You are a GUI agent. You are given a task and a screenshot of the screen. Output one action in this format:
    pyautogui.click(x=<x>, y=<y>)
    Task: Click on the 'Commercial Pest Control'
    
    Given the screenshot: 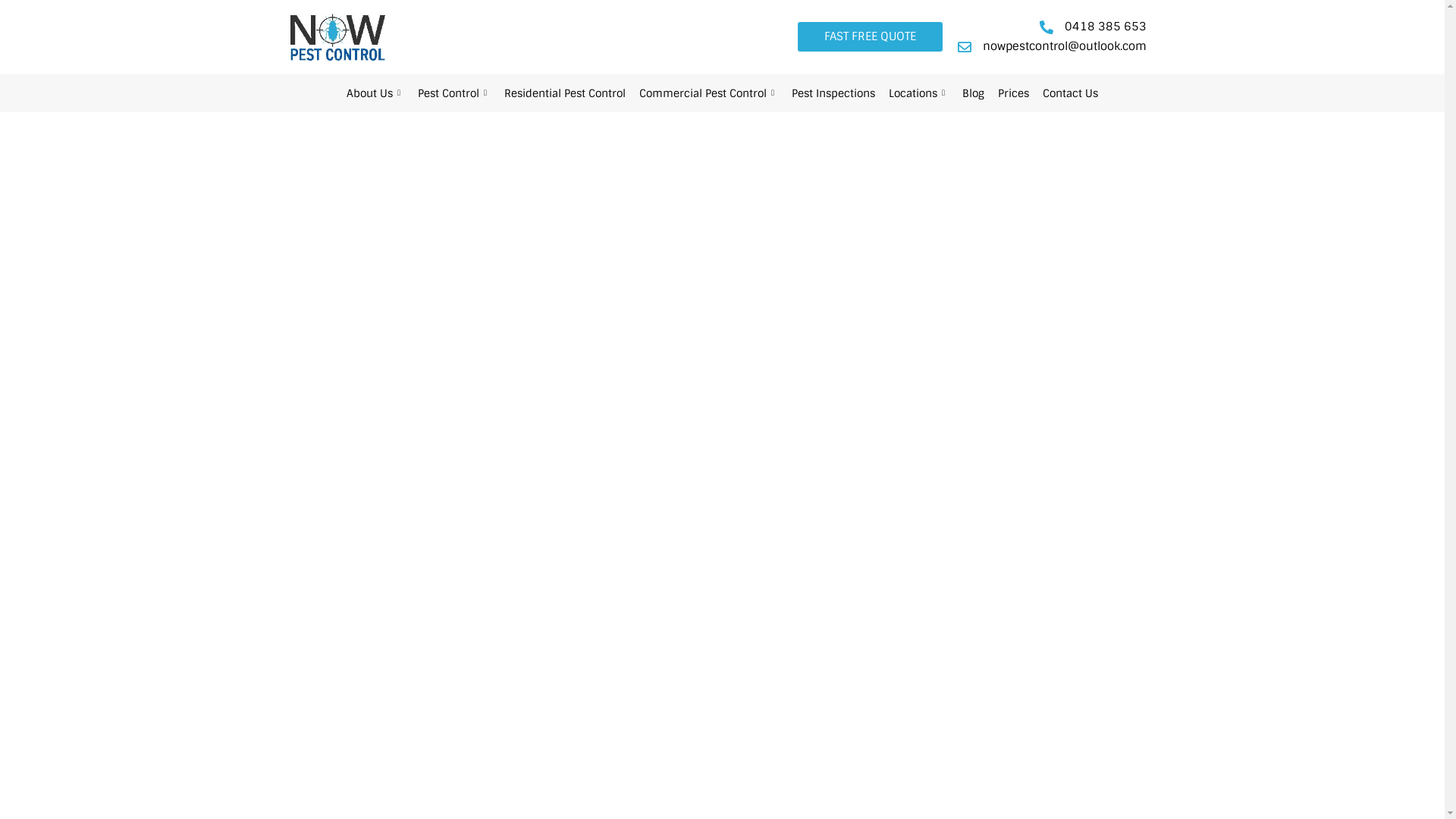 What is the action you would take?
    pyautogui.click(x=708, y=93)
    